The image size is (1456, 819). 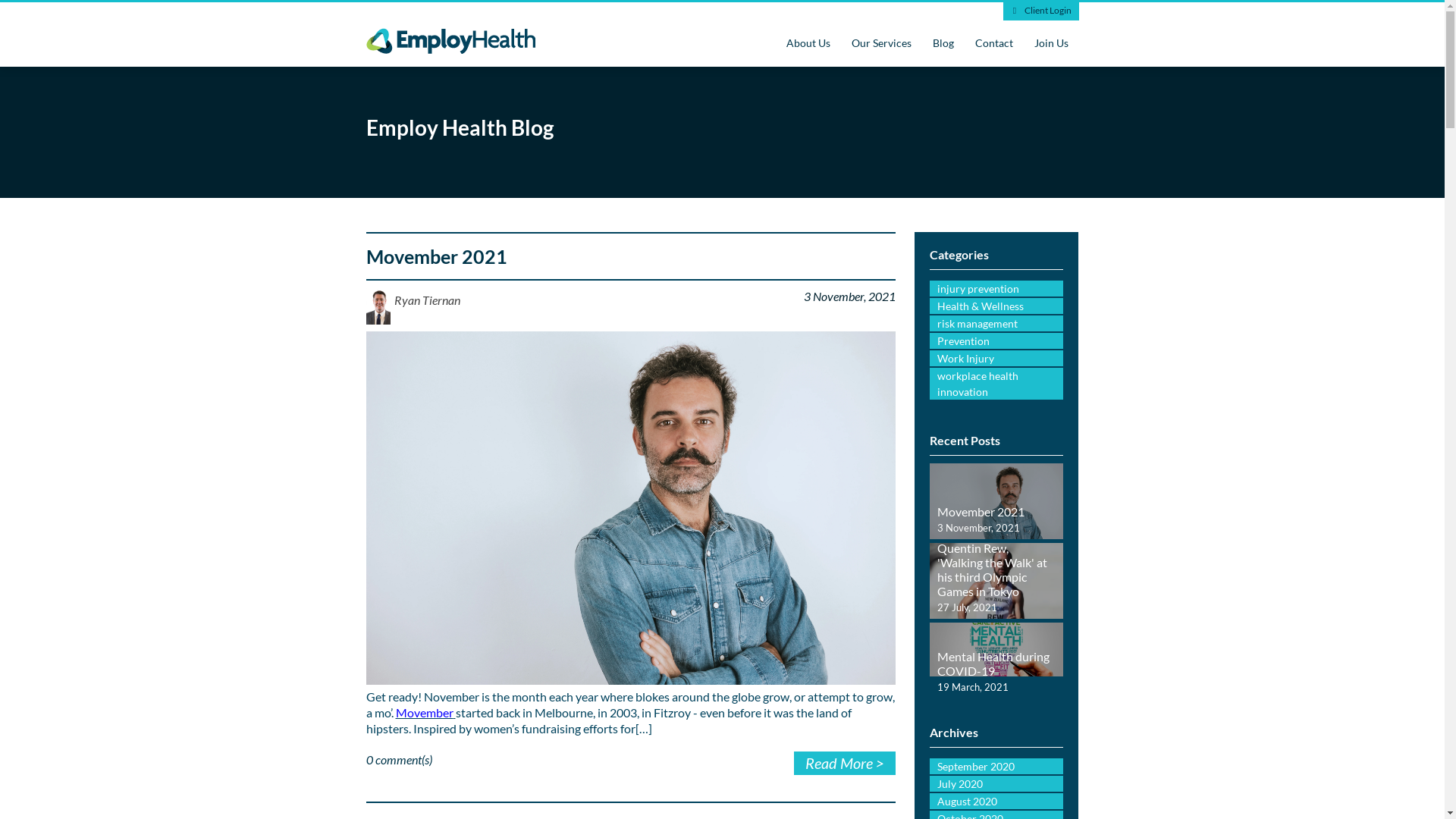 What do you see at coordinates (942, 42) in the screenshot?
I see `'Blog'` at bounding box center [942, 42].